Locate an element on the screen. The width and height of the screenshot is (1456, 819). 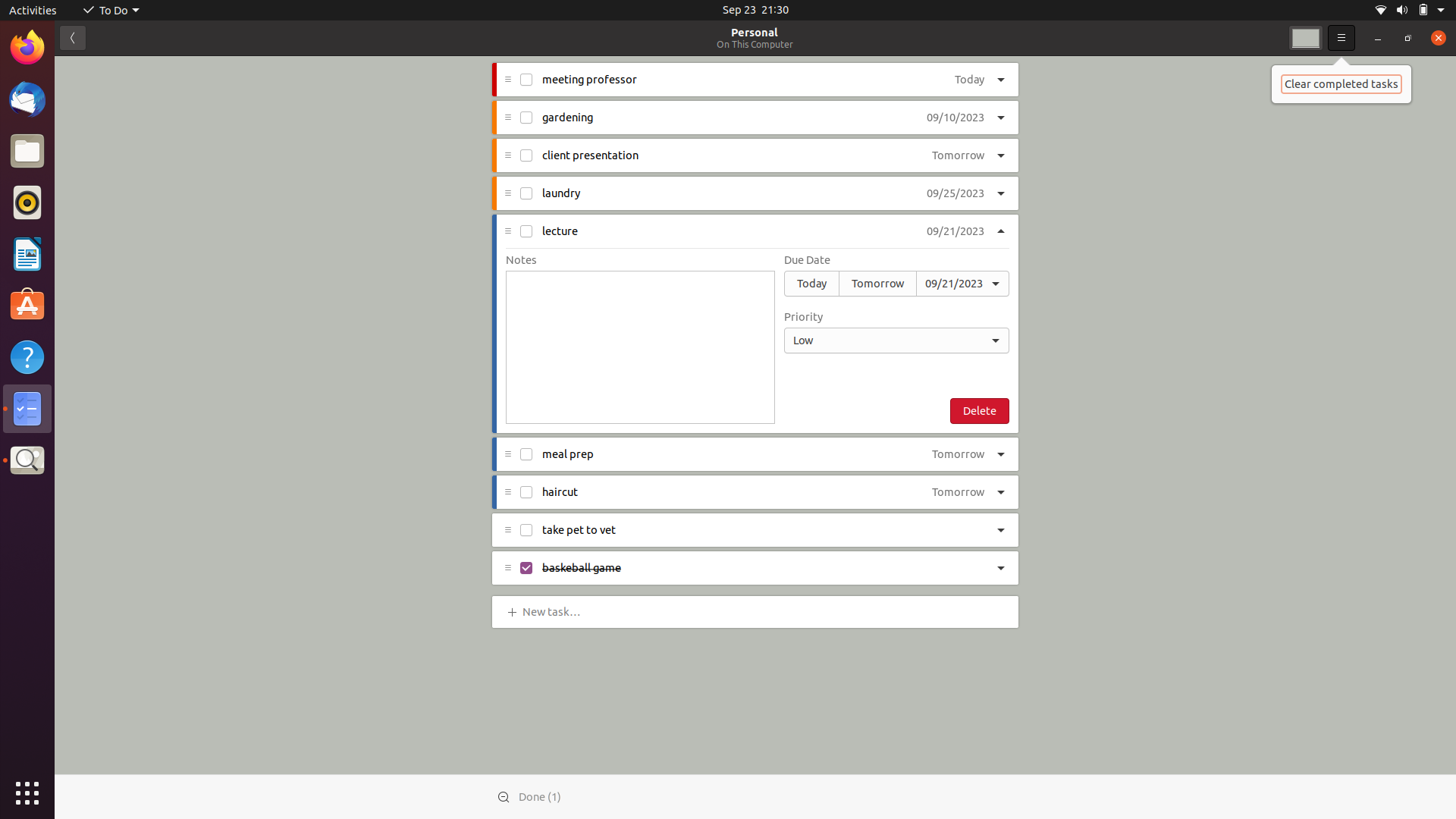
Add "cooking" task is located at coordinates (554, 610).